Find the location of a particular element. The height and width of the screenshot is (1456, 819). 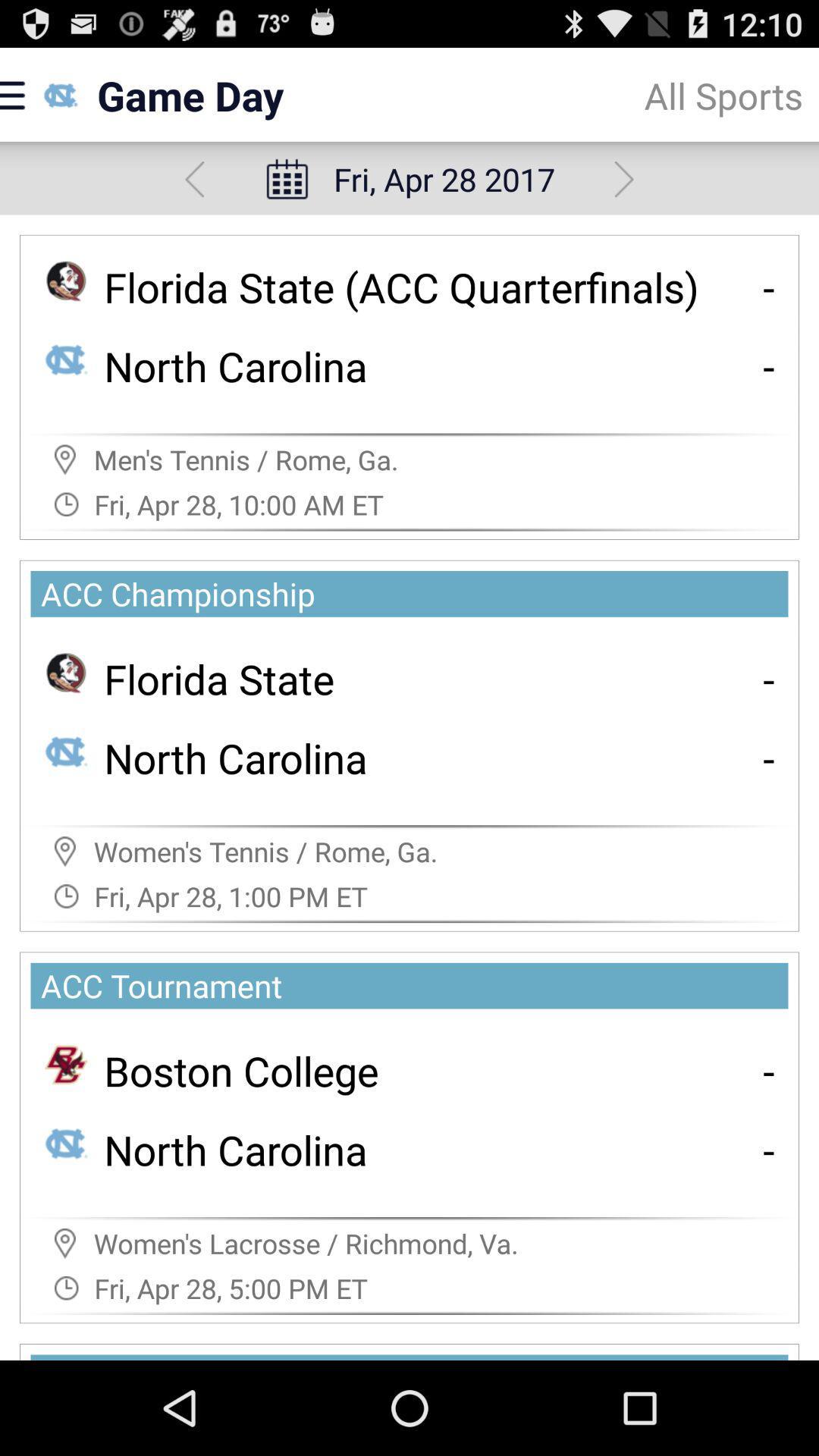

the item next to the north carolina item is located at coordinates (769, 366).